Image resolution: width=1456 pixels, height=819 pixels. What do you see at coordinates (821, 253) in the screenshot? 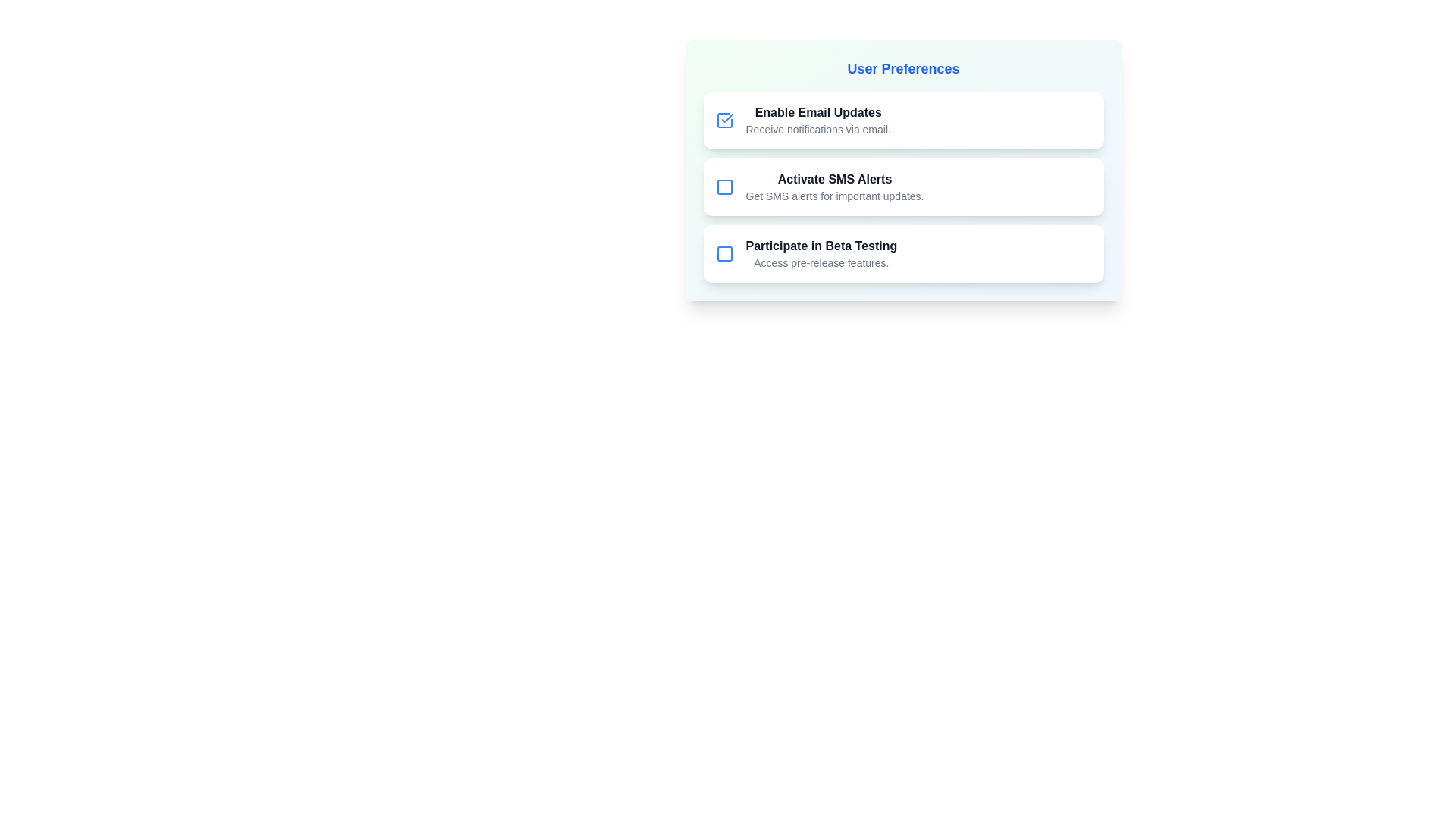
I see `the Informational Text Block that displays 'Participate in Beta Testing' and 'Access pre-release features.'` at bounding box center [821, 253].